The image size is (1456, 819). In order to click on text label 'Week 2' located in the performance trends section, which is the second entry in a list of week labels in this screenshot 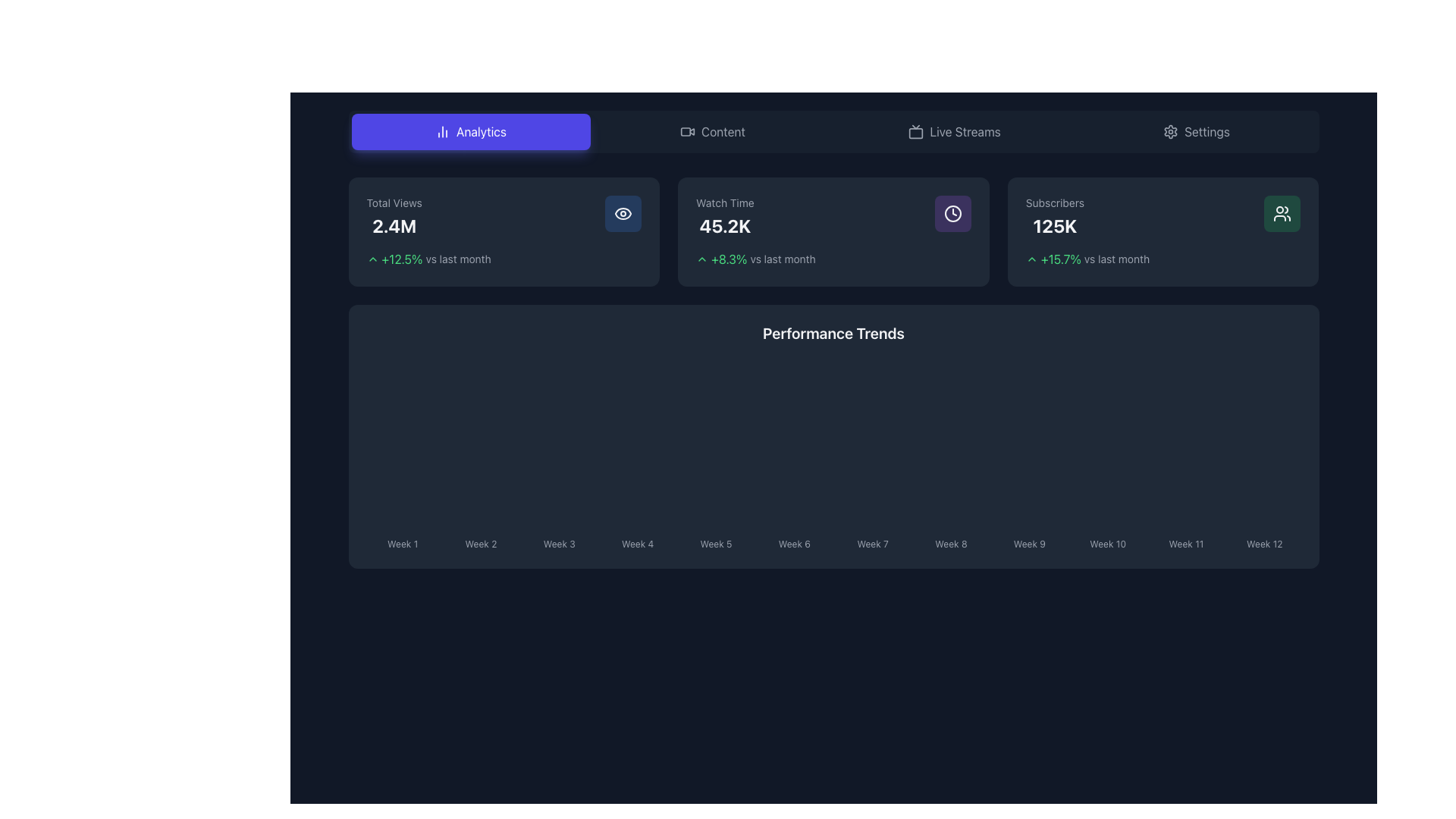, I will do `click(480, 543)`.